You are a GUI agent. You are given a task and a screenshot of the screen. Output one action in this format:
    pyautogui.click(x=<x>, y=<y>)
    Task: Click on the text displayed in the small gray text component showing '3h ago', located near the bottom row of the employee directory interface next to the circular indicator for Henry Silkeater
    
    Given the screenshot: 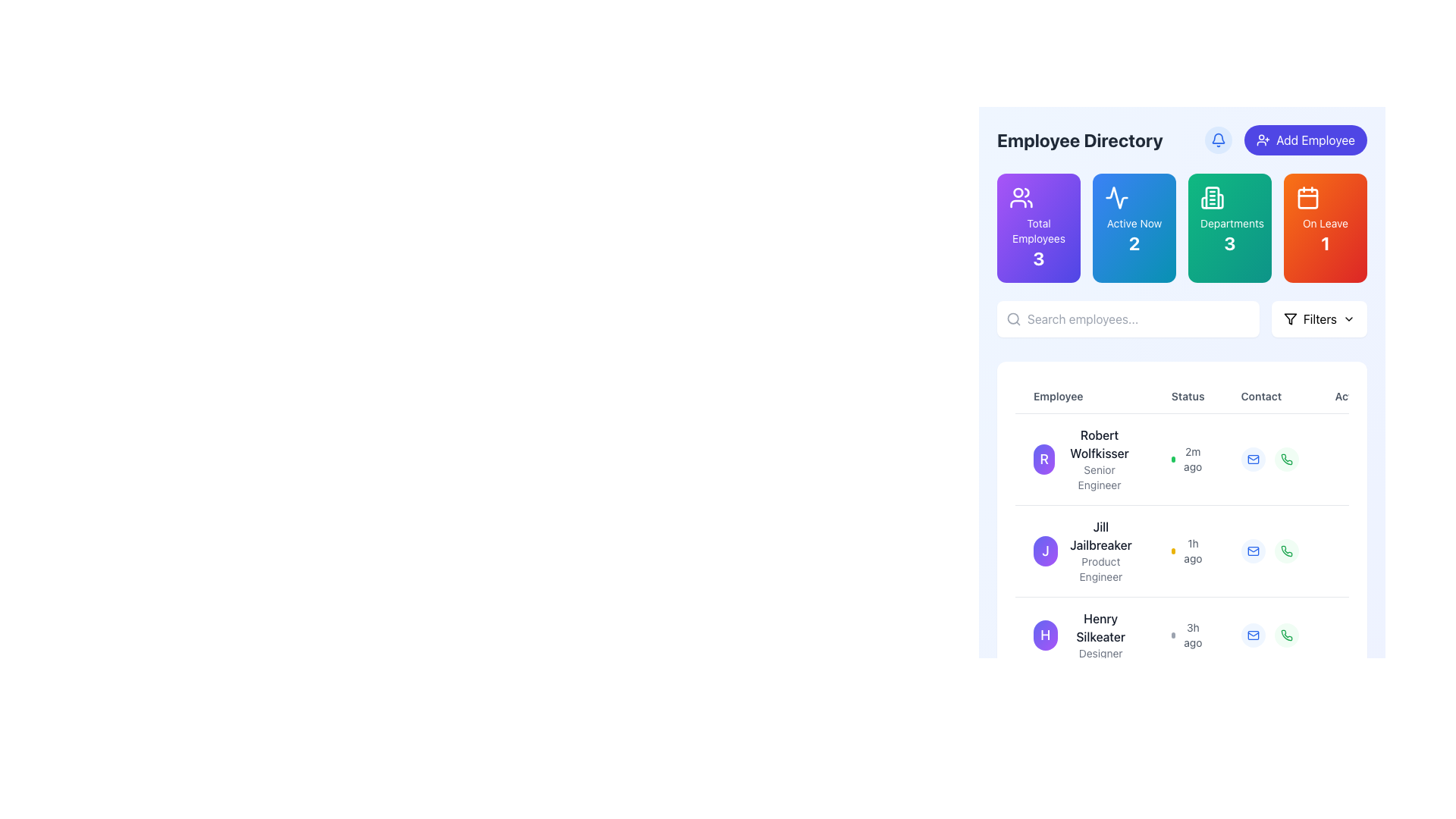 What is the action you would take?
    pyautogui.click(x=1192, y=635)
    